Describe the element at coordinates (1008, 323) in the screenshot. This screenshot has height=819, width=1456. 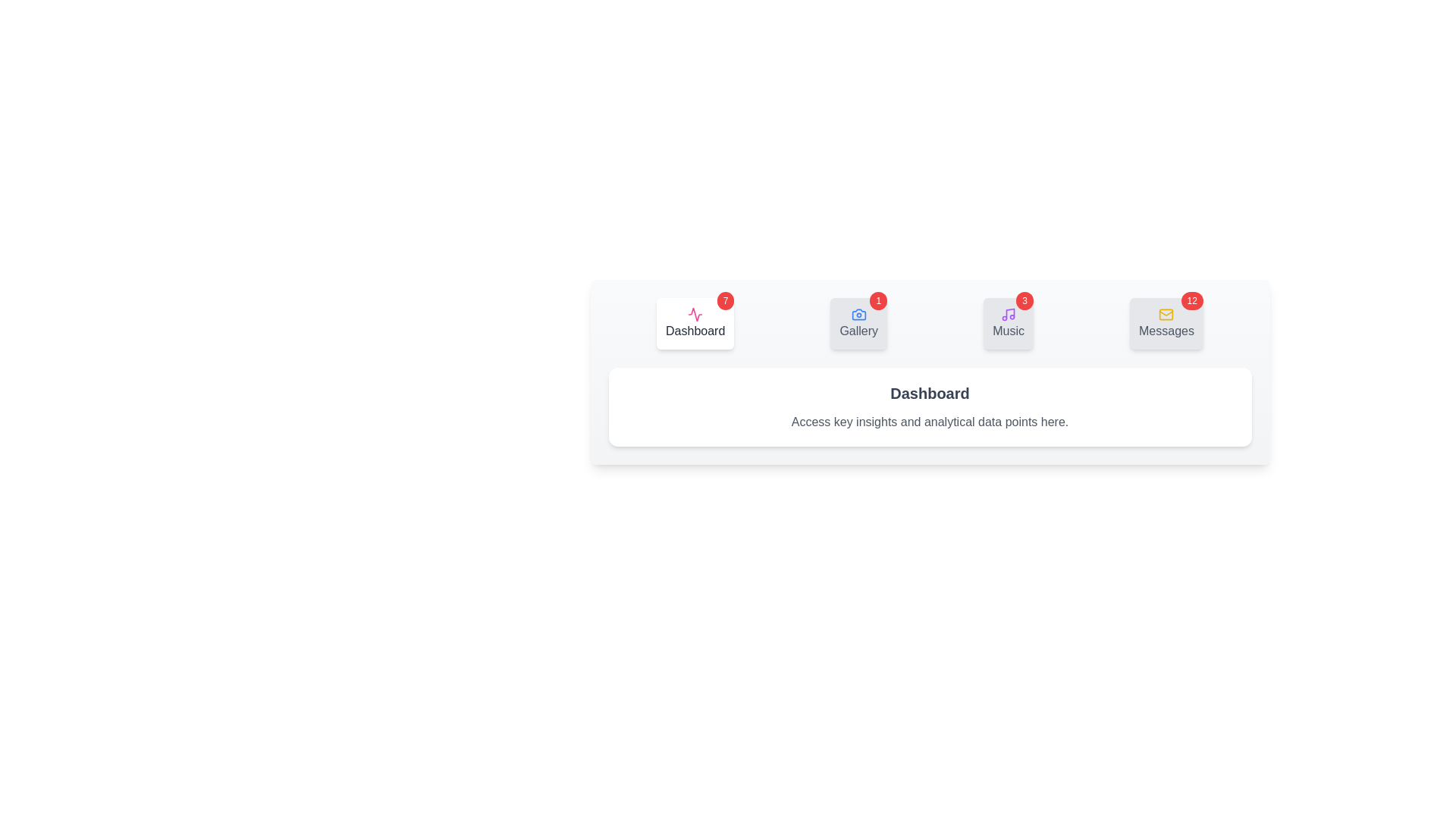
I see `the tab labeled Music to view its content` at that location.